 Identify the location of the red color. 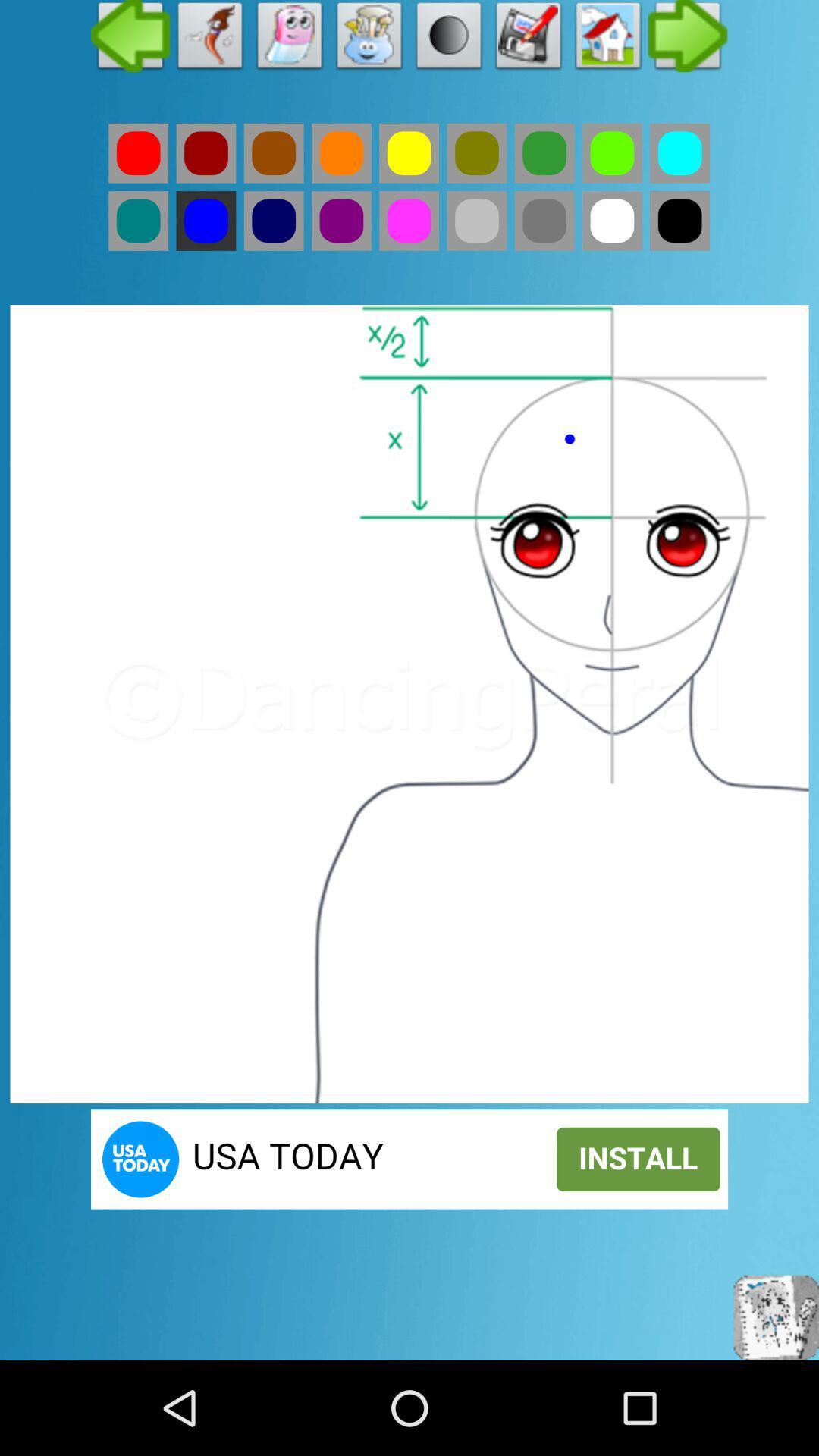
(138, 153).